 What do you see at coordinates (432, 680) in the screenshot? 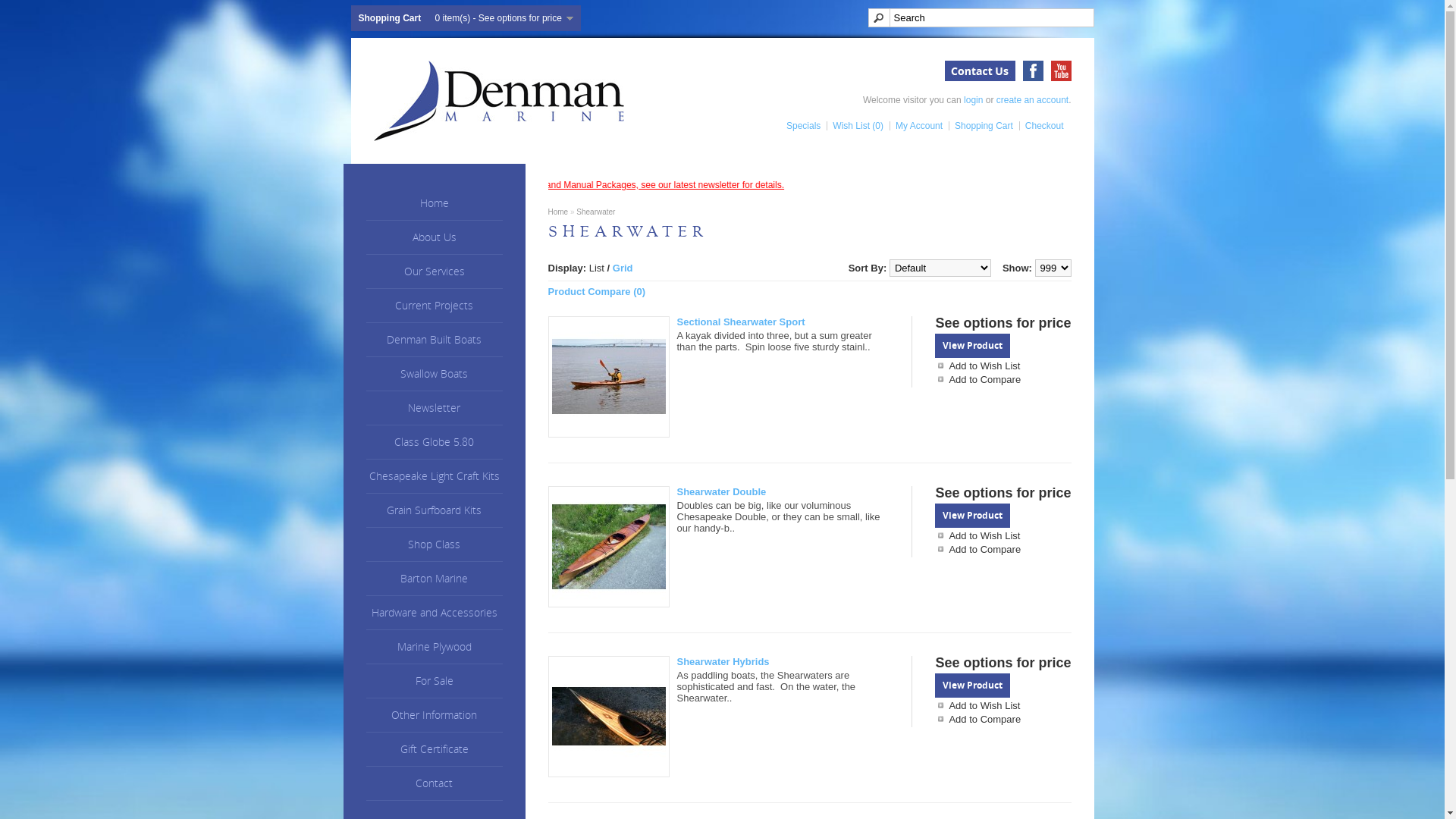
I see `'For Sale'` at bounding box center [432, 680].